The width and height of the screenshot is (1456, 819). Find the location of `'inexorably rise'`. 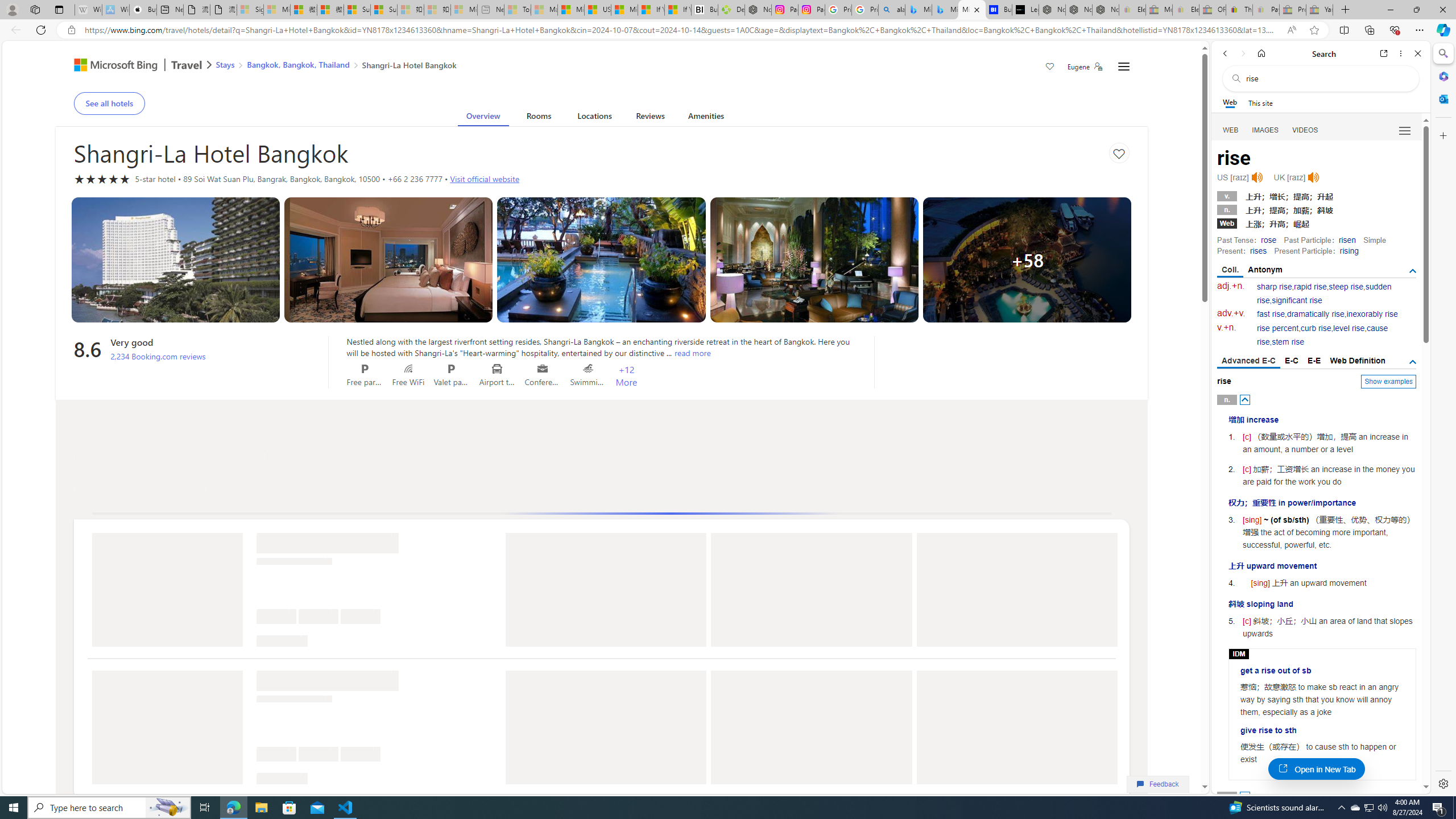

'inexorably rise' is located at coordinates (1372, 313).